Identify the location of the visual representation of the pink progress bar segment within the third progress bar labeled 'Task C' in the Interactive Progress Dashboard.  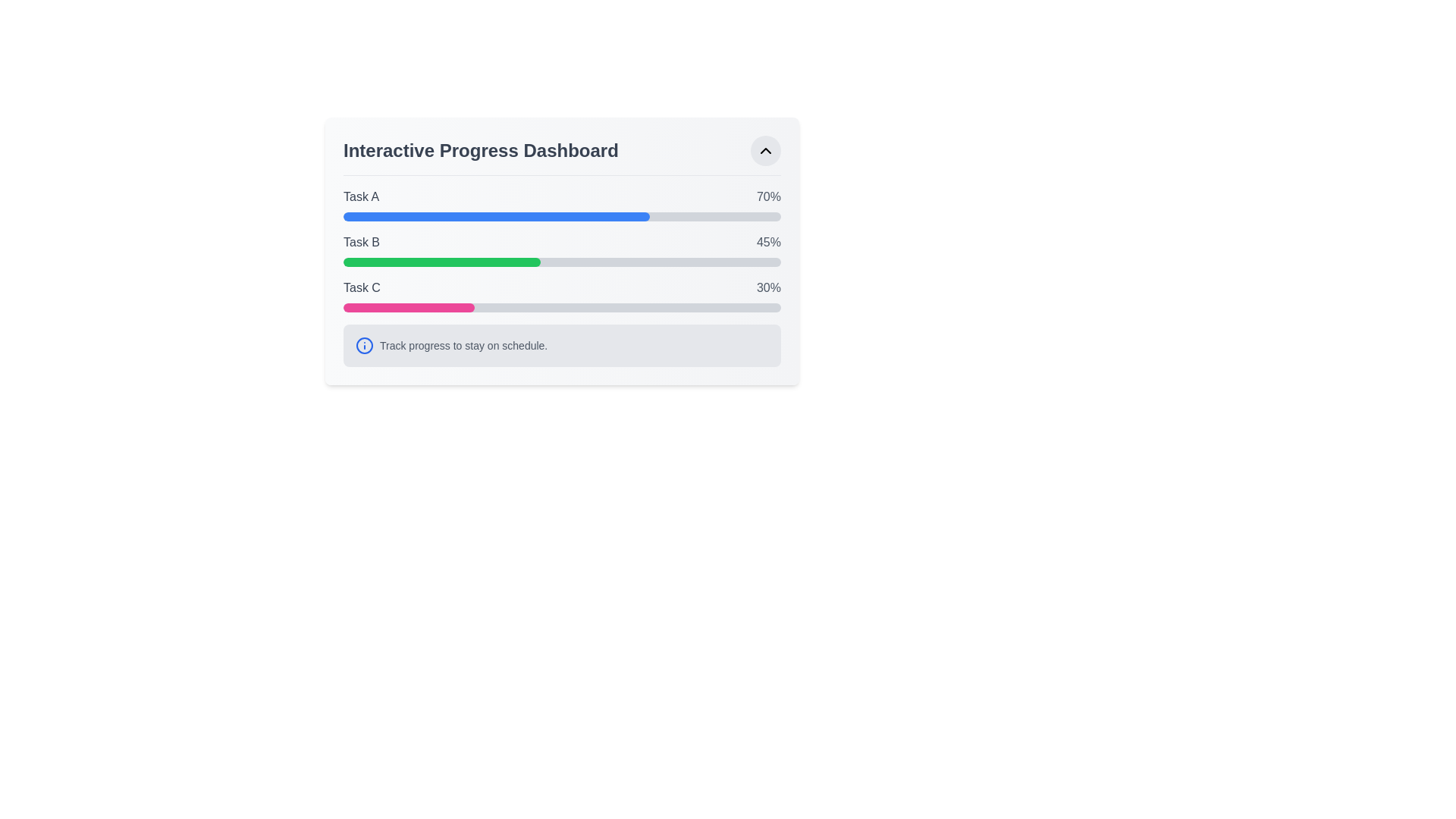
(409, 307).